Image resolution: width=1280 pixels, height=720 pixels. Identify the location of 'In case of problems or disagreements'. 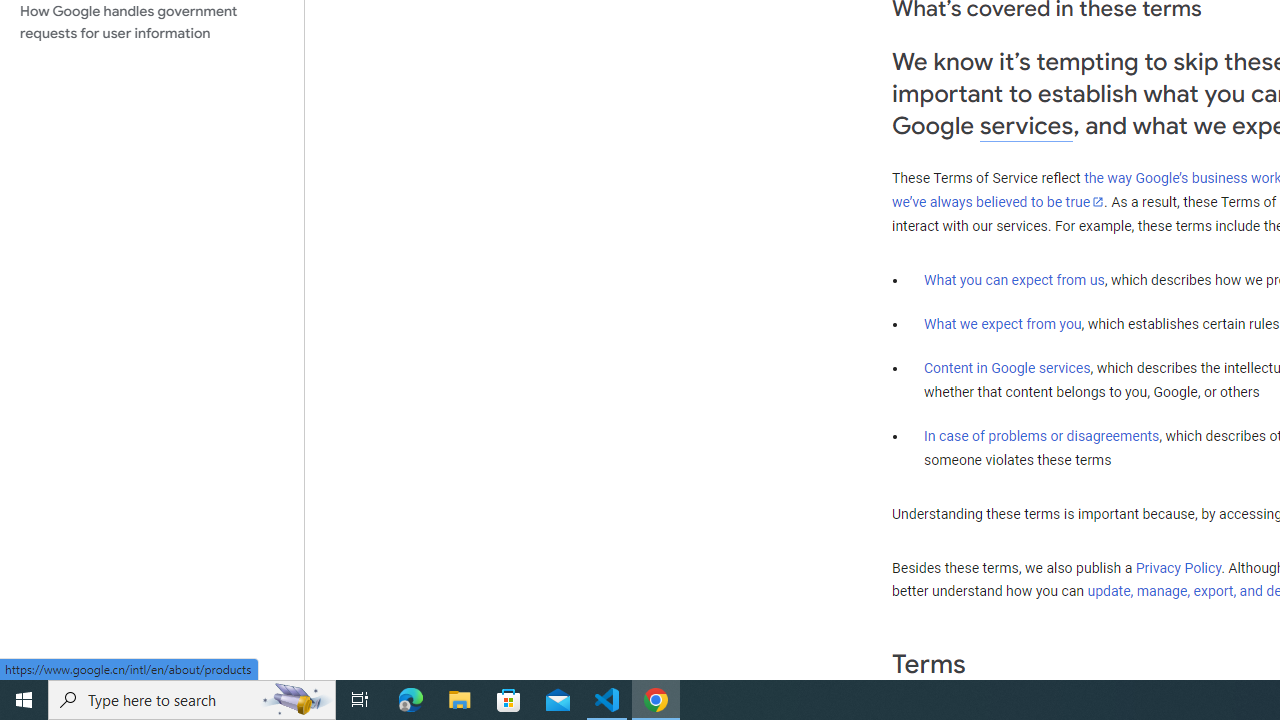
(1040, 434).